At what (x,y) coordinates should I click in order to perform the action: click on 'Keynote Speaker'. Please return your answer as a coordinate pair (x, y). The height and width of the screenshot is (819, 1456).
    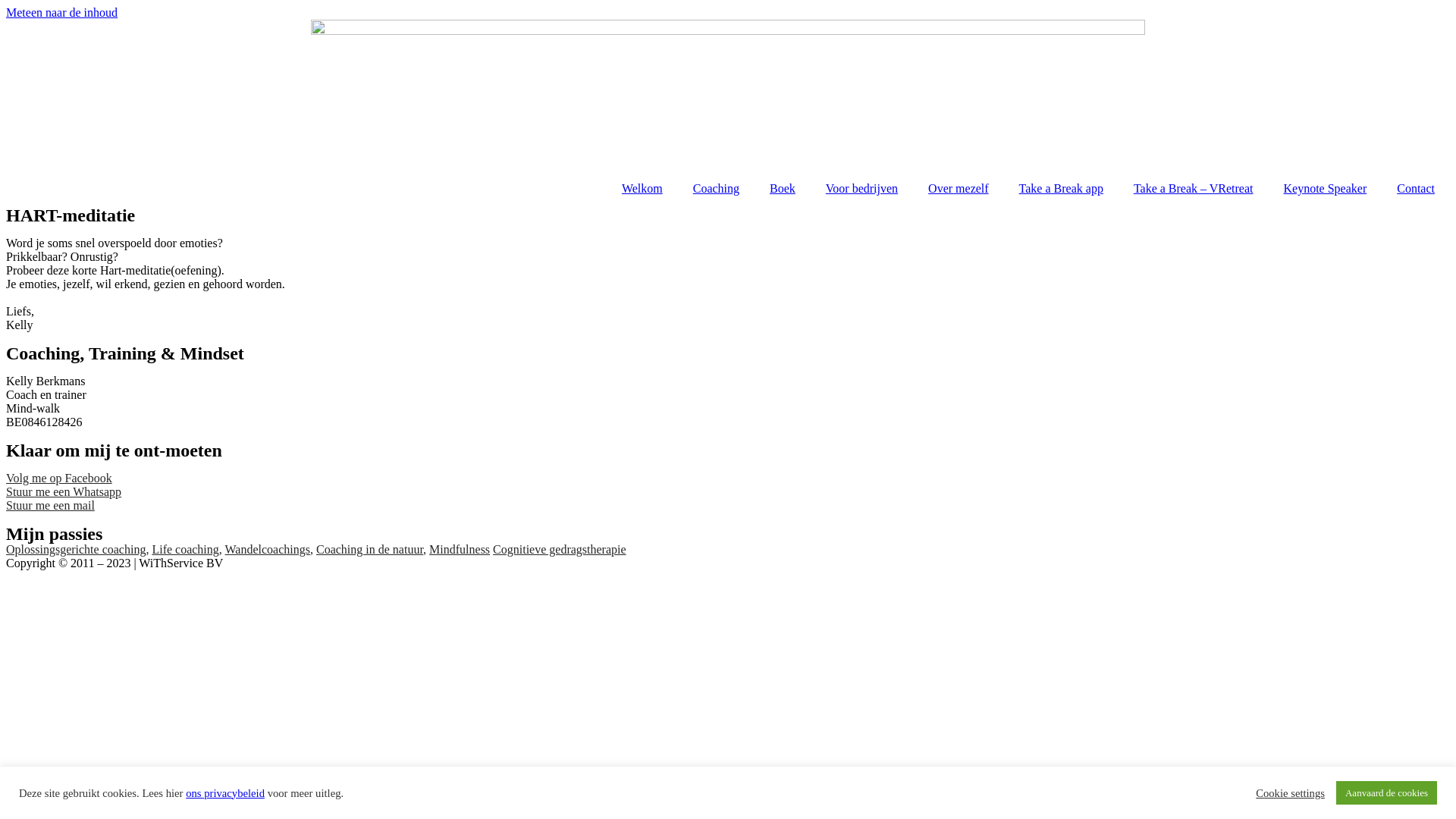
    Looking at the image, I should click on (1324, 188).